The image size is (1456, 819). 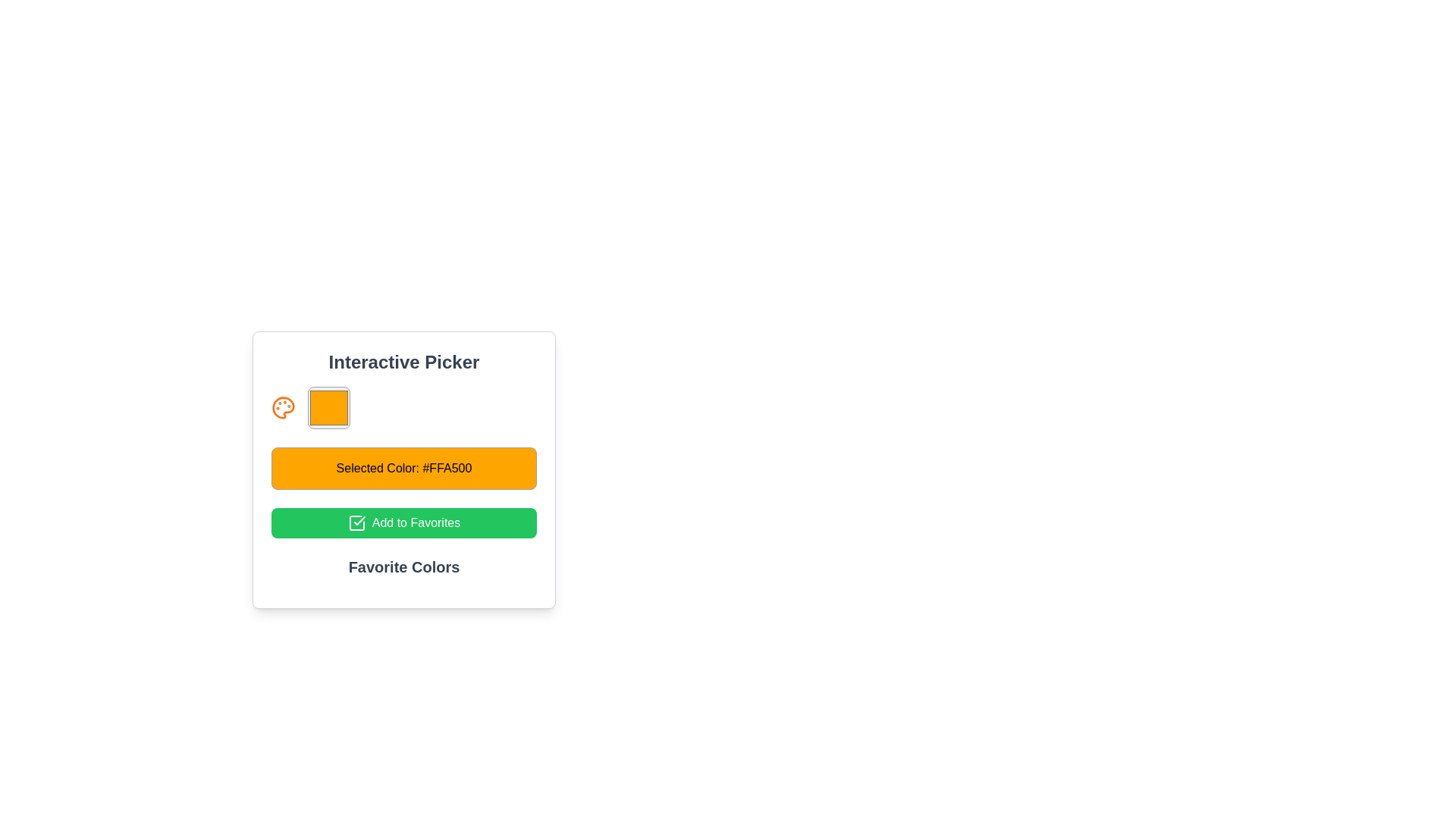 I want to click on the decorative icon representing color selection in the Interactive Picker interface, located to the left of the orange color preview box, so click(x=284, y=406).